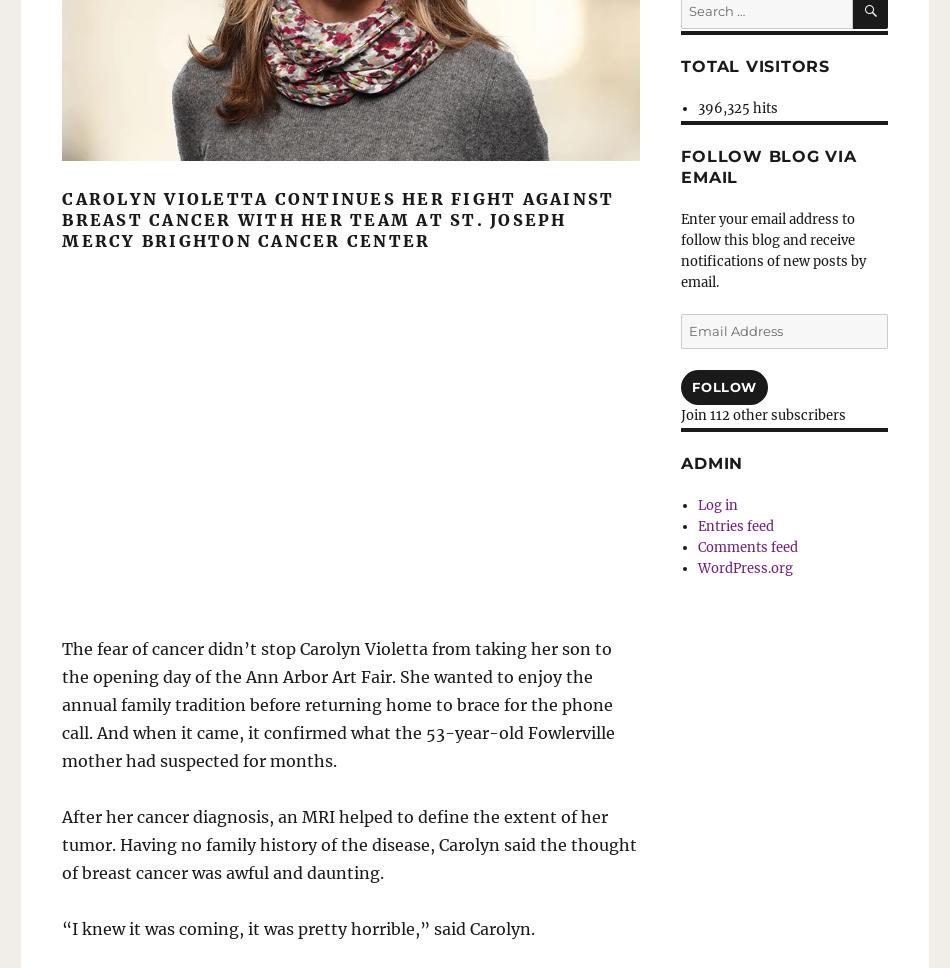 The image size is (950, 968). Describe the element at coordinates (762, 414) in the screenshot. I see `'Join 112 other subscribers'` at that location.